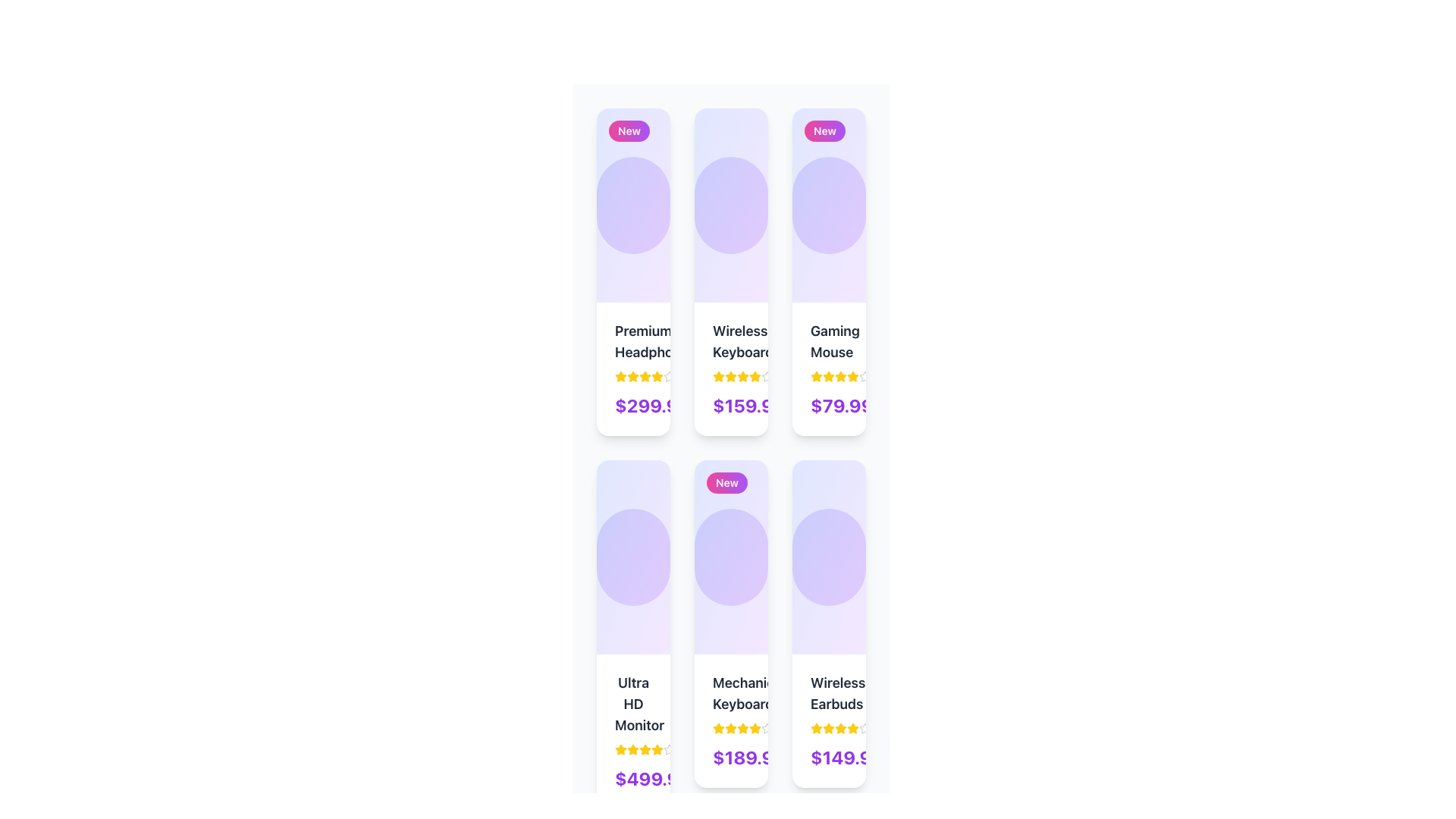 This screenshot has height=819, width=1456. Describe the element at coordinates (731, 720) in the screenshot. I see `the ratings and price information from the product description block` at that location.